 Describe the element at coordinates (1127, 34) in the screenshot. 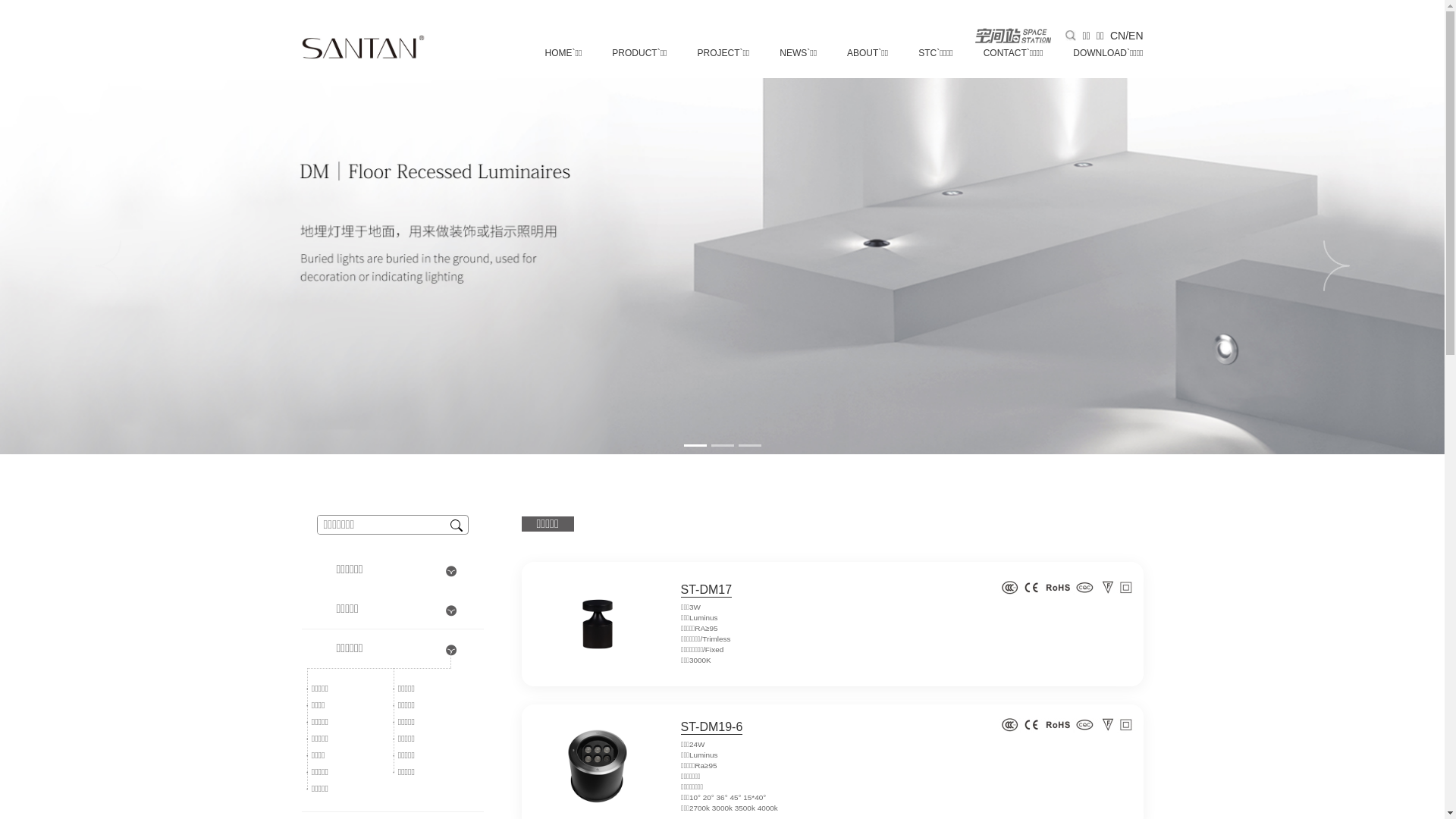

I see `'CN/EN'` at that location.